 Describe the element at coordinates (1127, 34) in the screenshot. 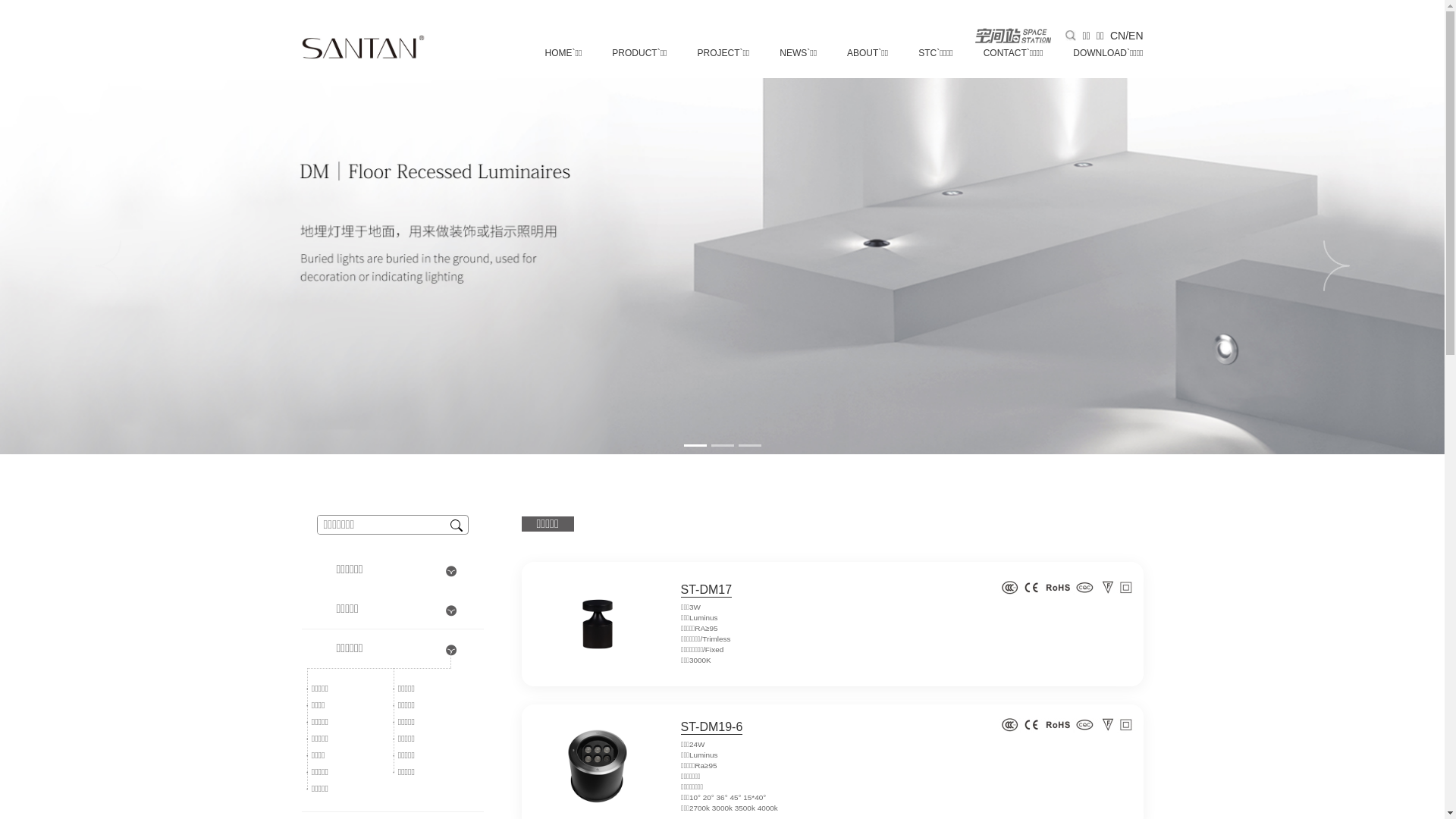

I see `'CN/EN'` at that location.